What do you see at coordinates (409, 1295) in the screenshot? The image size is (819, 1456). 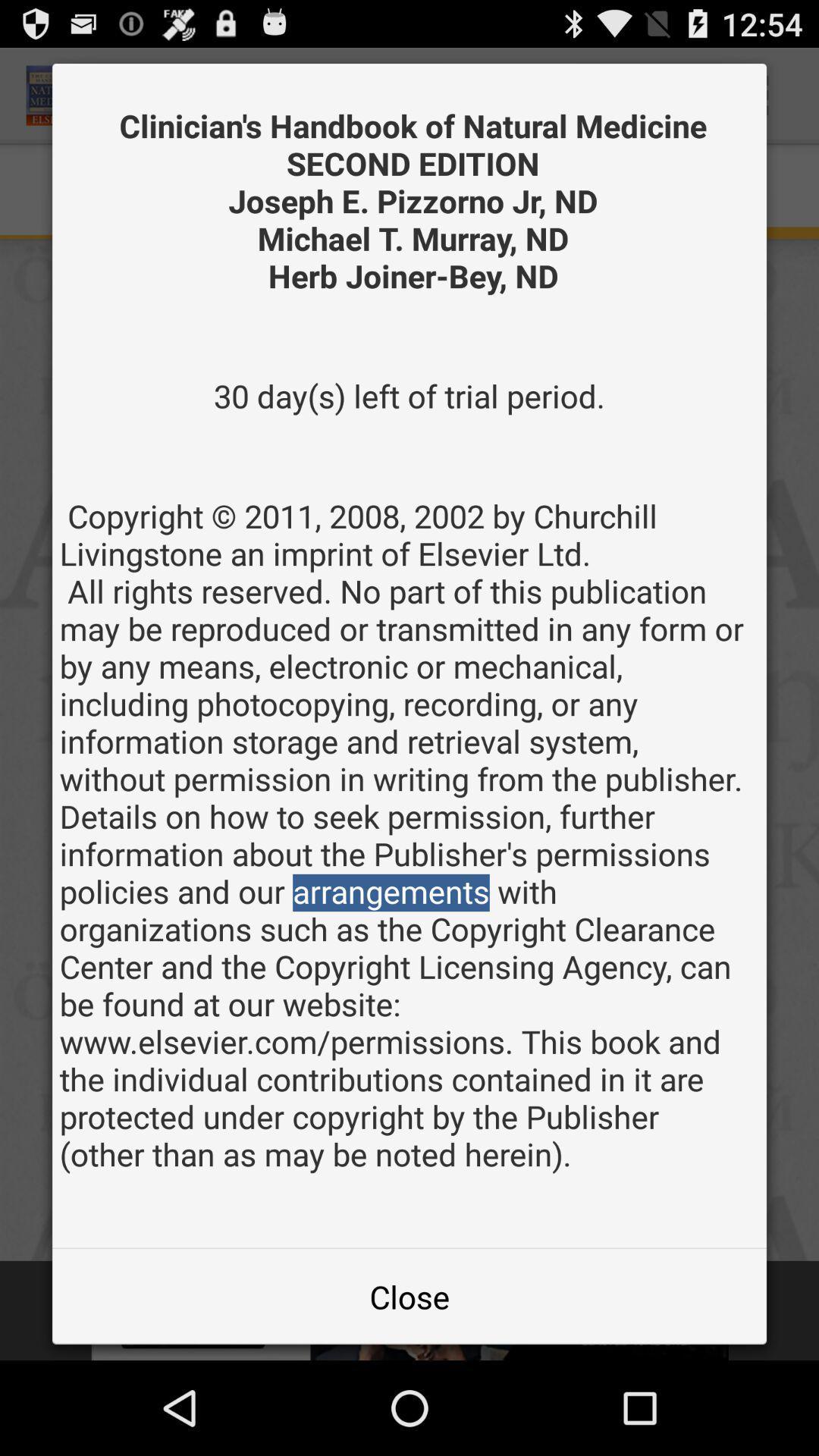 I see `the item at the bottom` at bounding box center [409, 1295].